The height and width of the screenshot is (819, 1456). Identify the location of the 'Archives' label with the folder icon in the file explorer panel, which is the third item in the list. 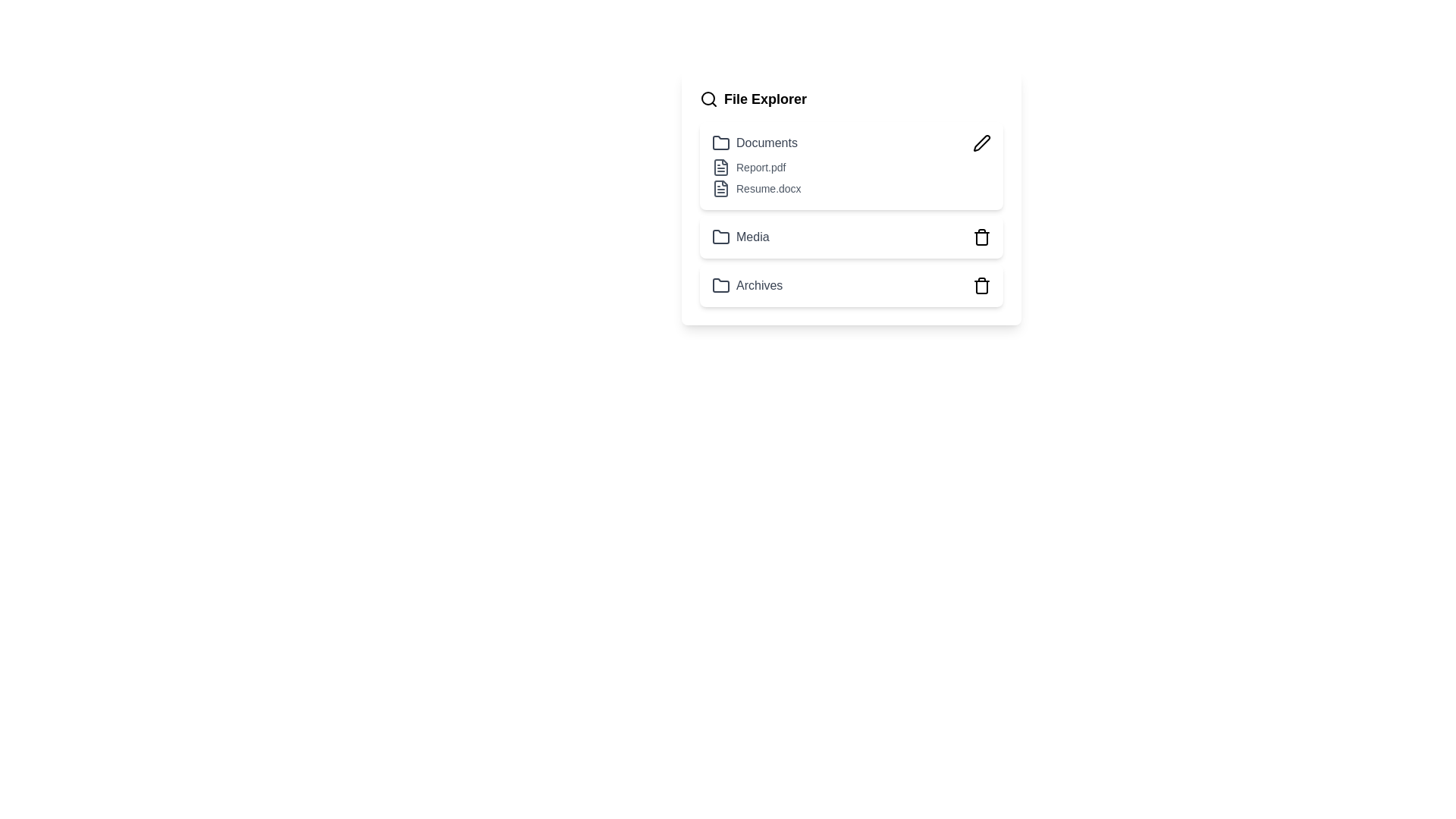
(747, 286).